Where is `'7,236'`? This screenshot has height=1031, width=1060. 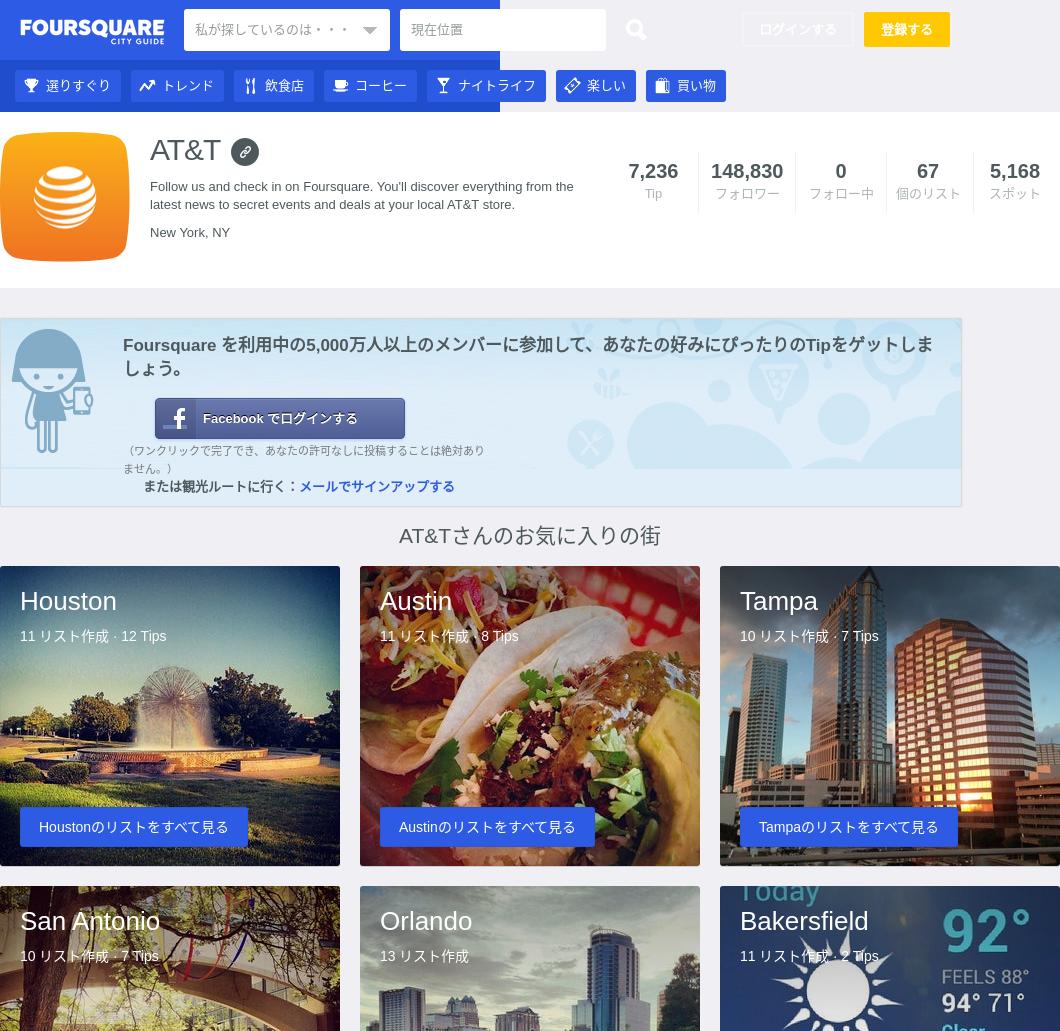 '7,236' is located at coordinates (652, 170).